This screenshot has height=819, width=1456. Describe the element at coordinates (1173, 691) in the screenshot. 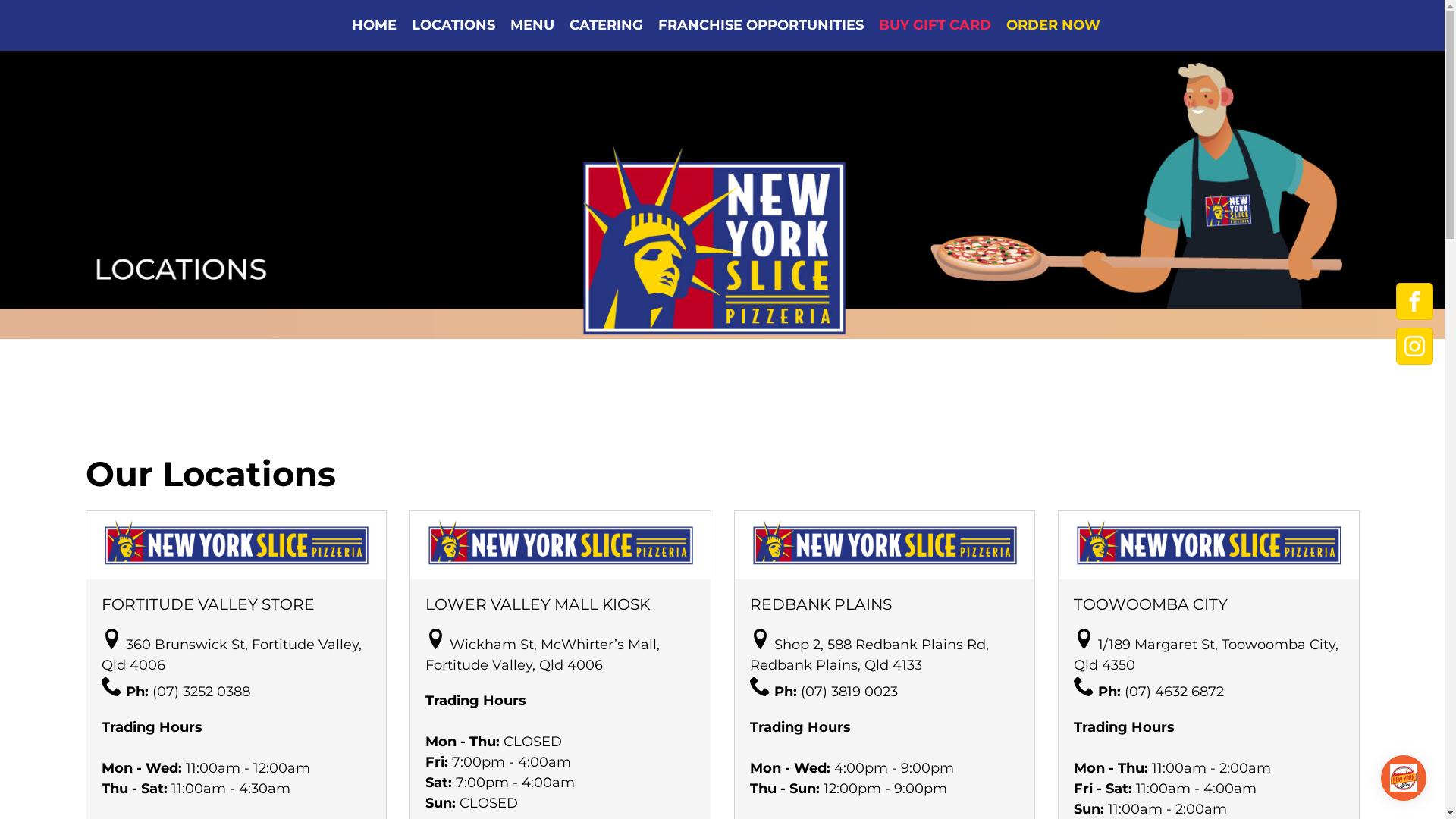

I see `'(07) 4632 6872'` at that location.